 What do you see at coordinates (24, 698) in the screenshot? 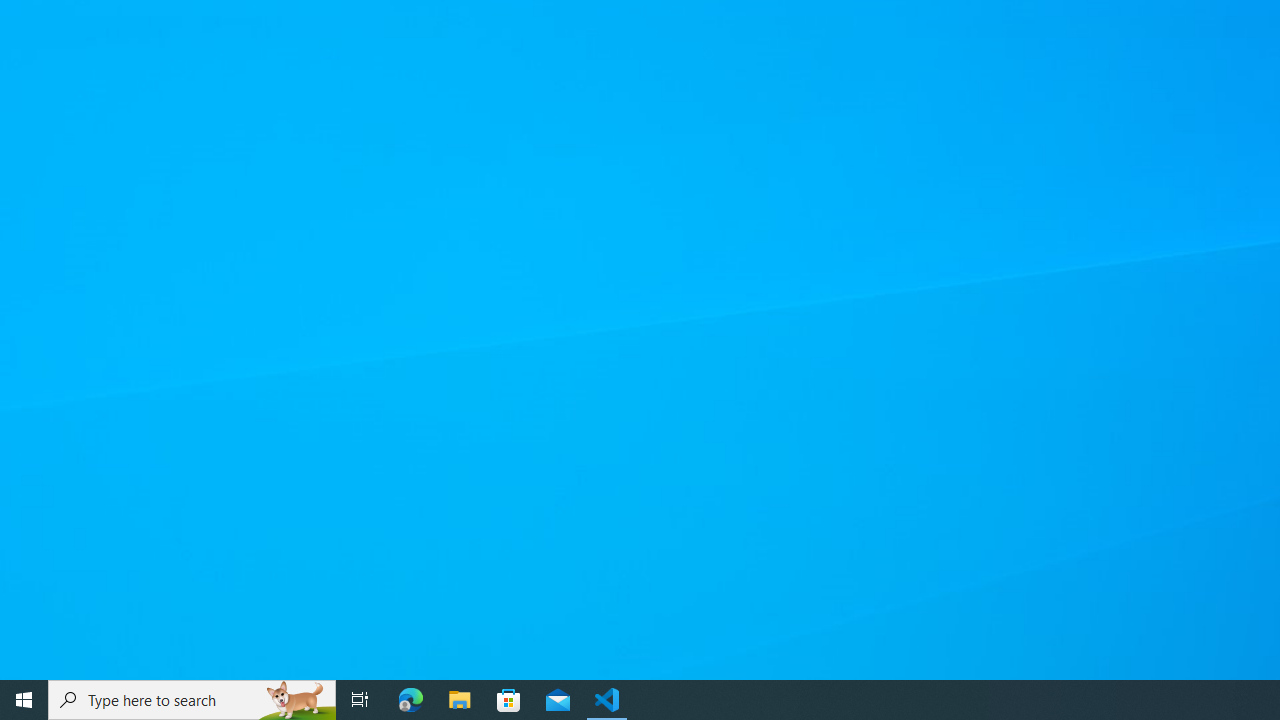
I see `'Start'` at bounding box center [24, 698].